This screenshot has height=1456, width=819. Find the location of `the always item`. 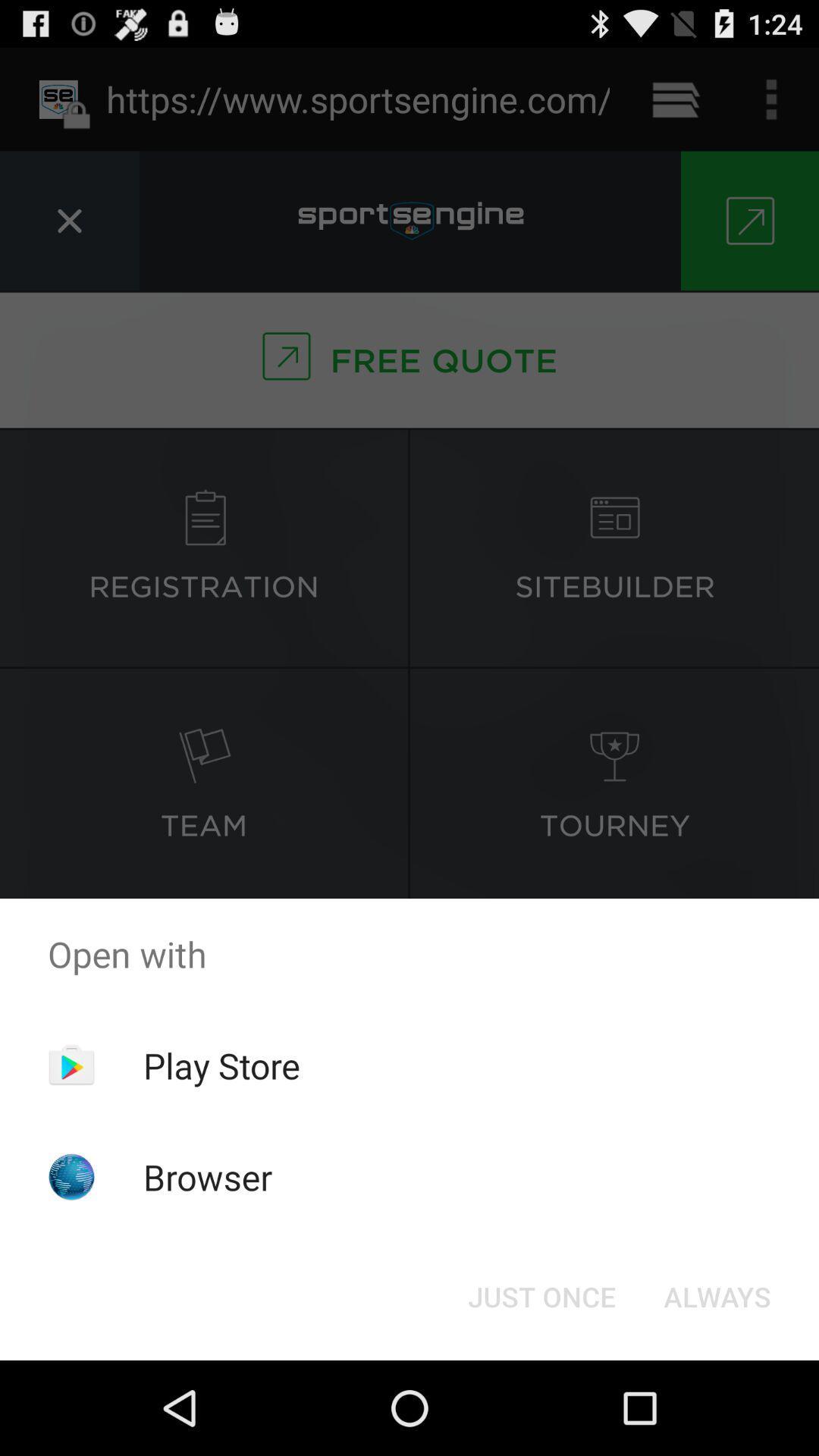

the always item is located at coordinates (717, 1295).